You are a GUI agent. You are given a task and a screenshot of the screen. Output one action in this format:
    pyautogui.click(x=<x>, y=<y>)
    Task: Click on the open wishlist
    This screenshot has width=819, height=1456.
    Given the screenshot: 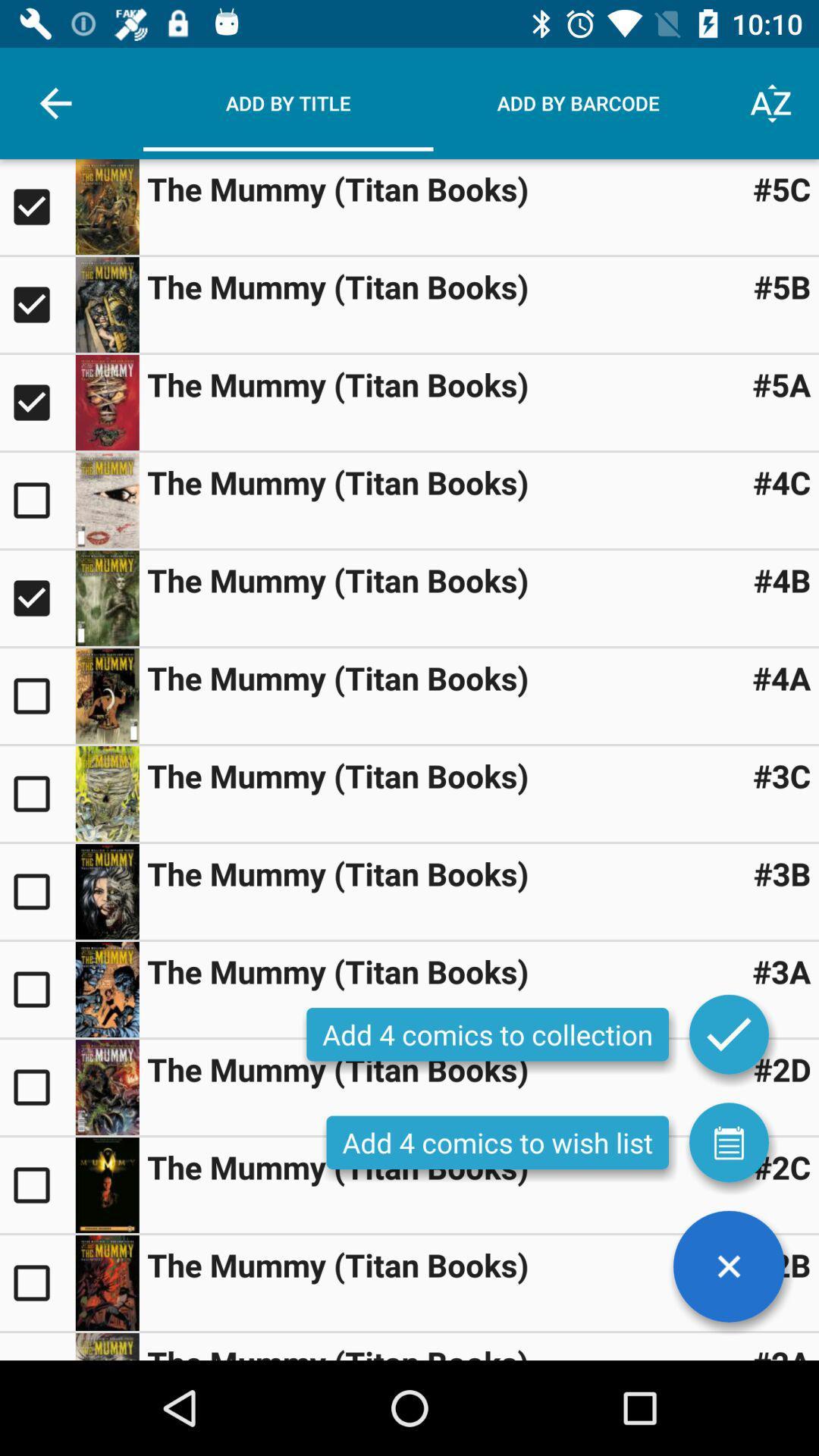 What is the action you would take?
    pyautogui.click(x=728, y=1142)
    